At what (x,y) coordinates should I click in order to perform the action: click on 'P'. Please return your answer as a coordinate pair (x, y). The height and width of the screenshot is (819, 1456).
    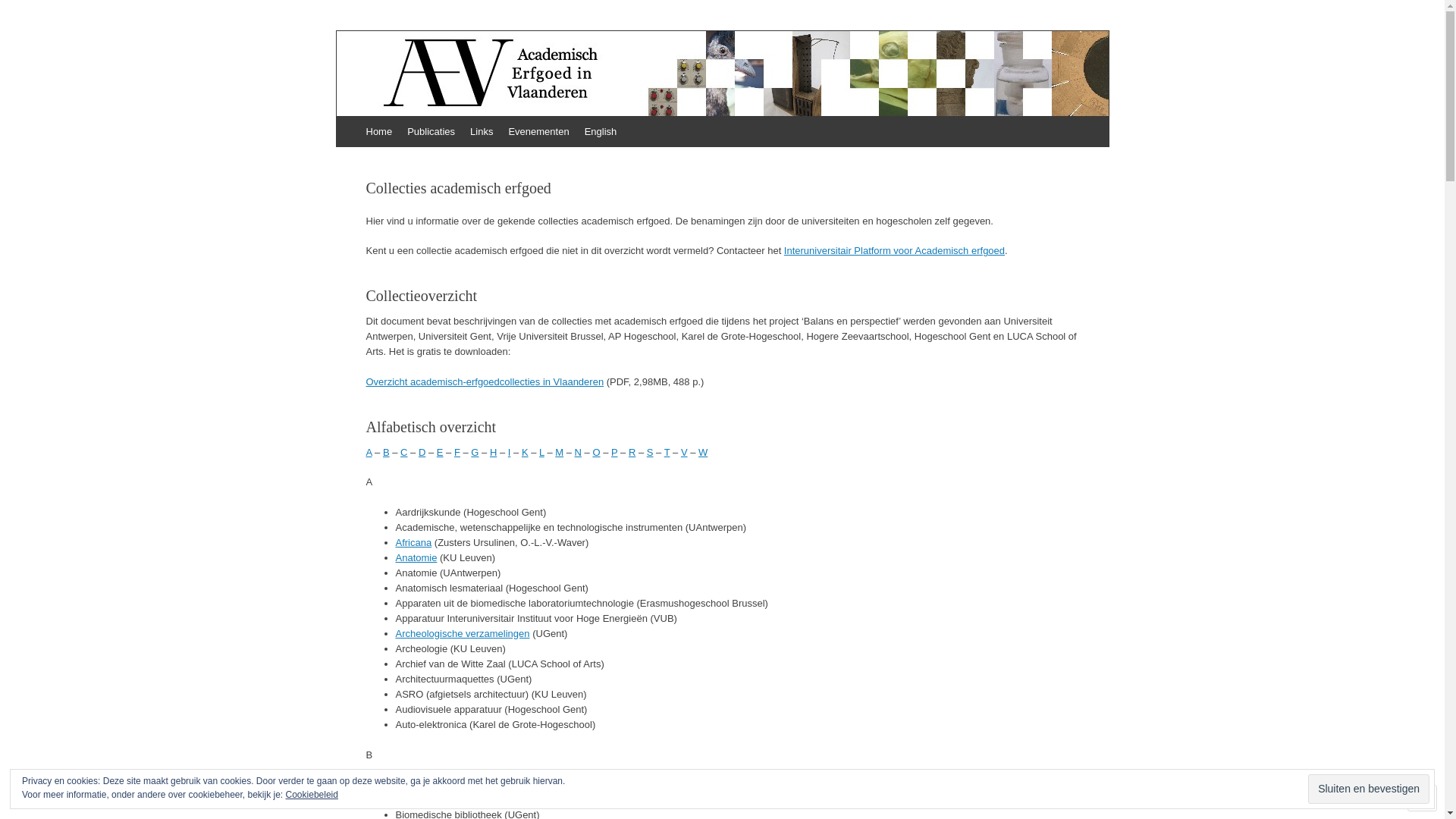
    Looking at the image, I should click on (614, 450).